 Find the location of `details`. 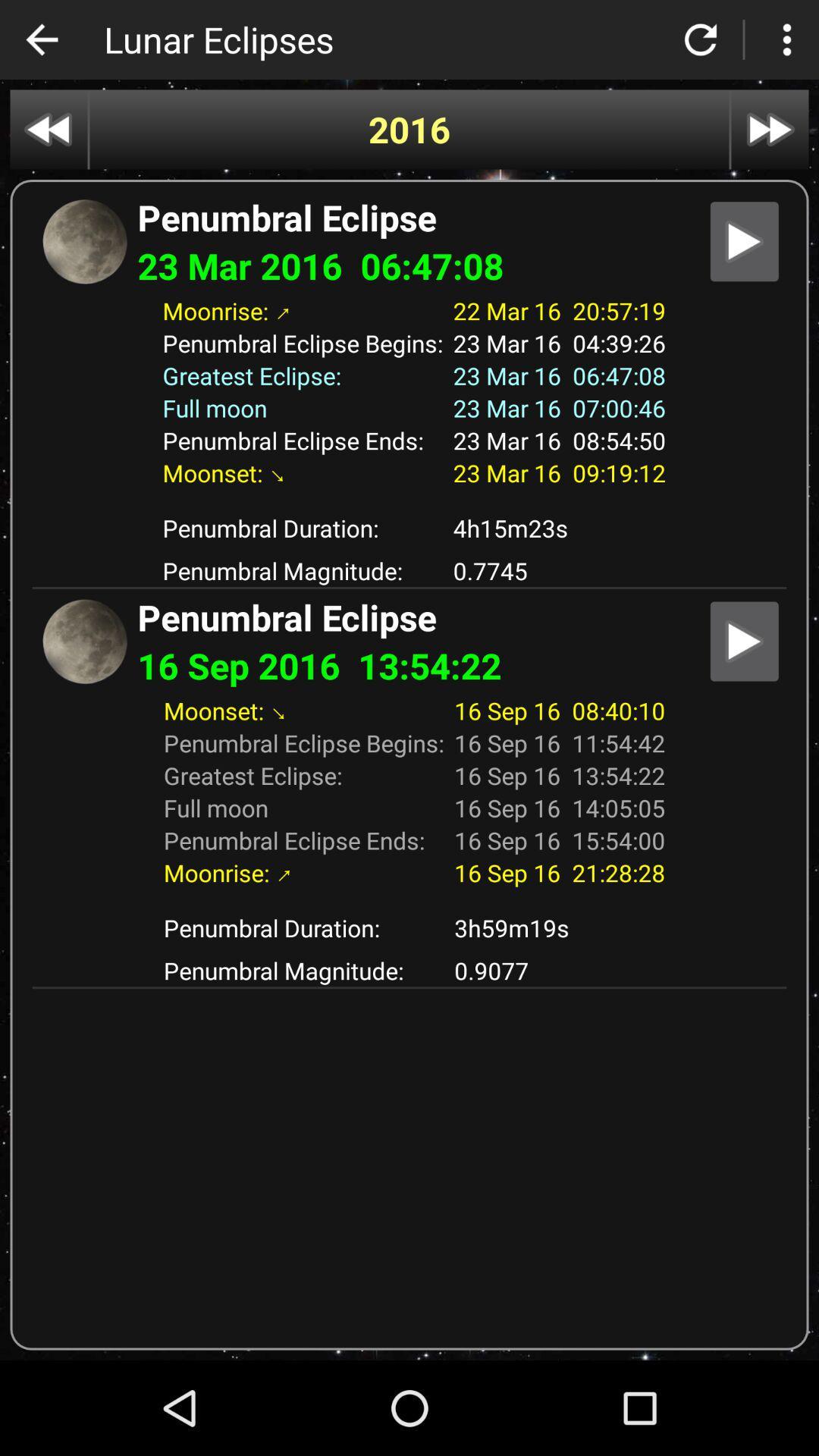

details is located at coordinates (743, 240).